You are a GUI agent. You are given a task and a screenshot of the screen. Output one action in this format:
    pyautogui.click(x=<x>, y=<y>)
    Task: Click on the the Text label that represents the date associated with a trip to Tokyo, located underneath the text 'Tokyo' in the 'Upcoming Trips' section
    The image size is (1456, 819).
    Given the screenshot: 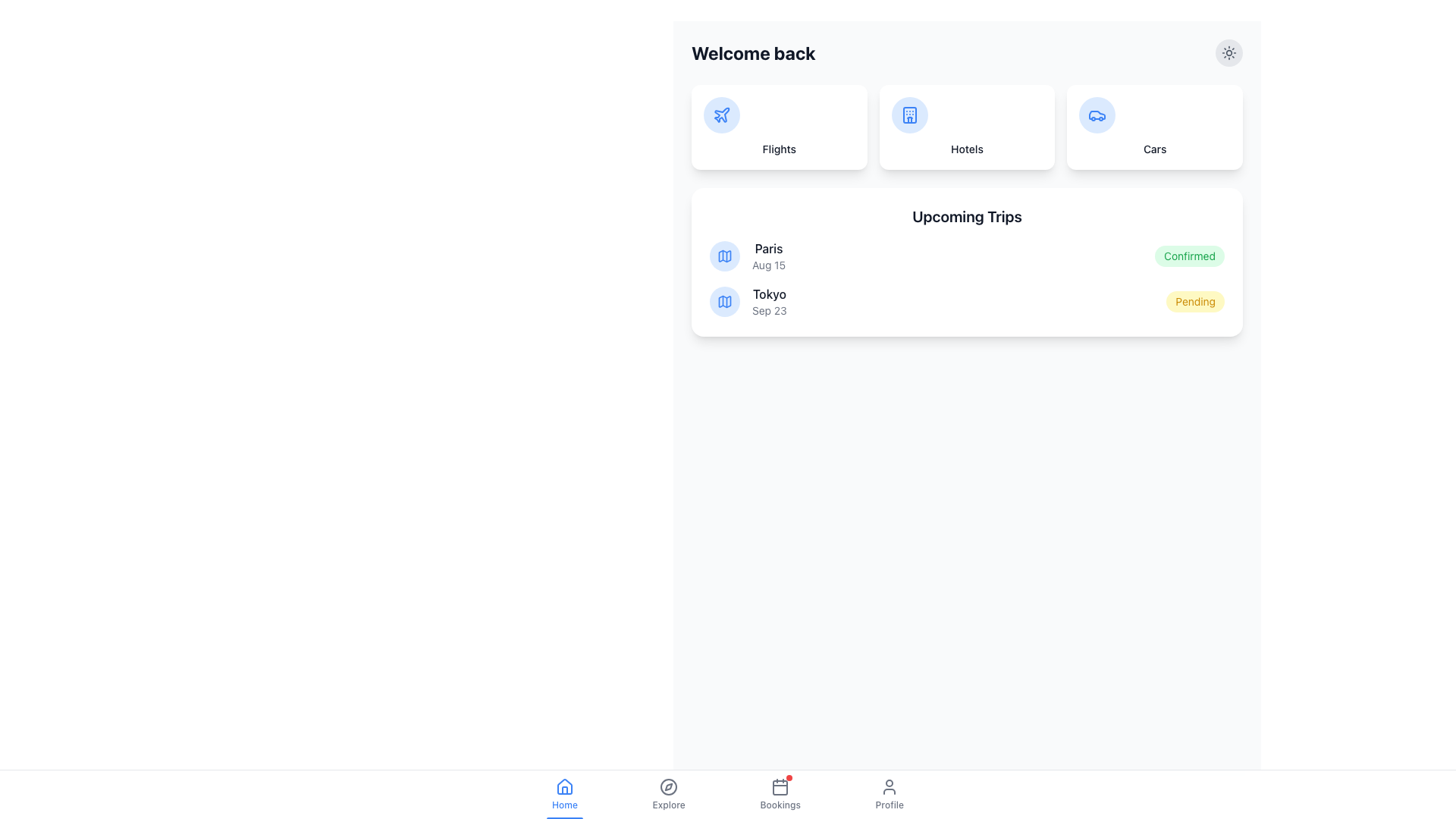 What is the action you would take?
    pyautogui.click(x=769, y=309)
    